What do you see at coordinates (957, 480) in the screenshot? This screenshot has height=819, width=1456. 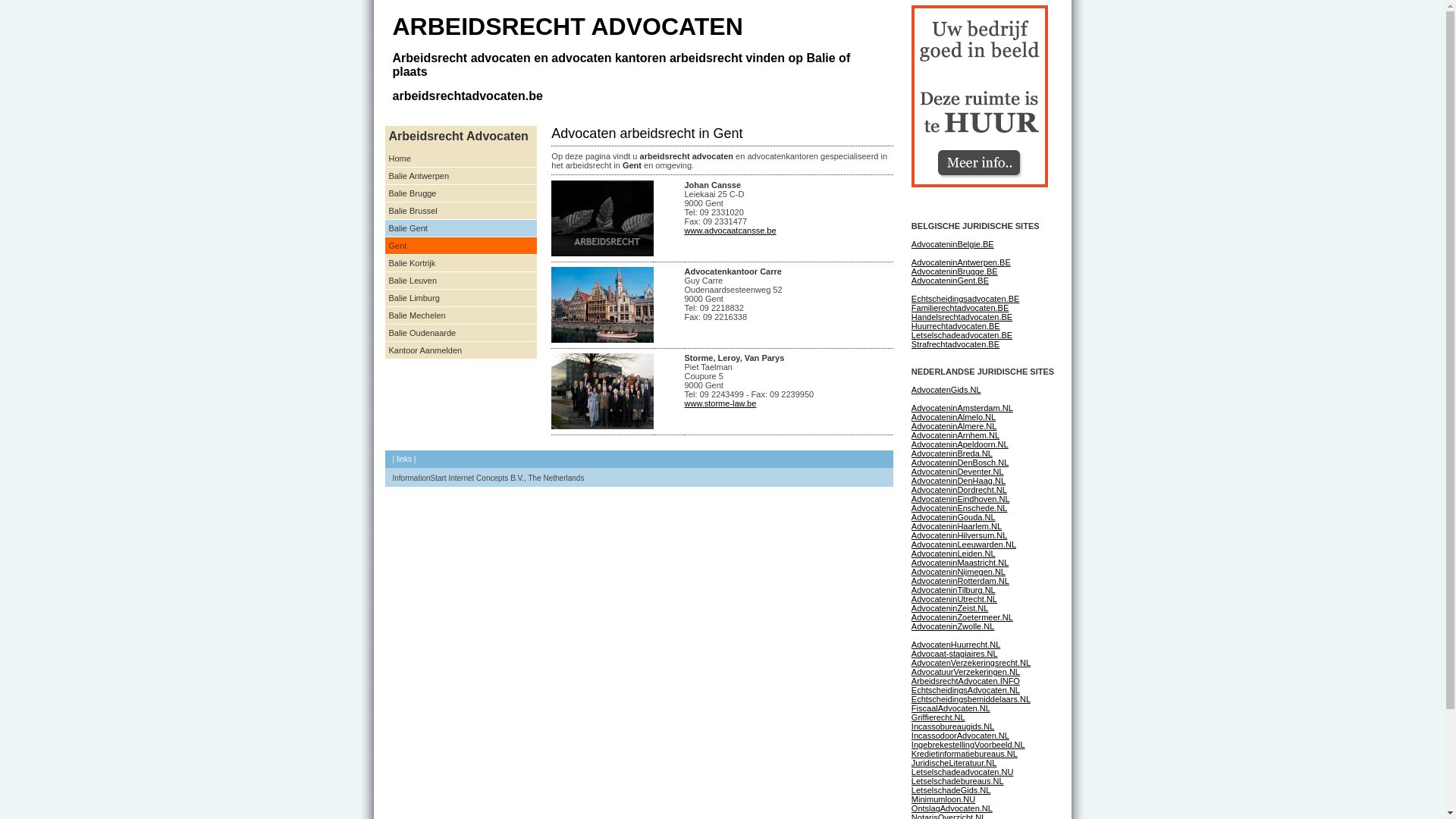 I see `'AdvocateninDenHaag.NL'` at bounding box center [957, 480].